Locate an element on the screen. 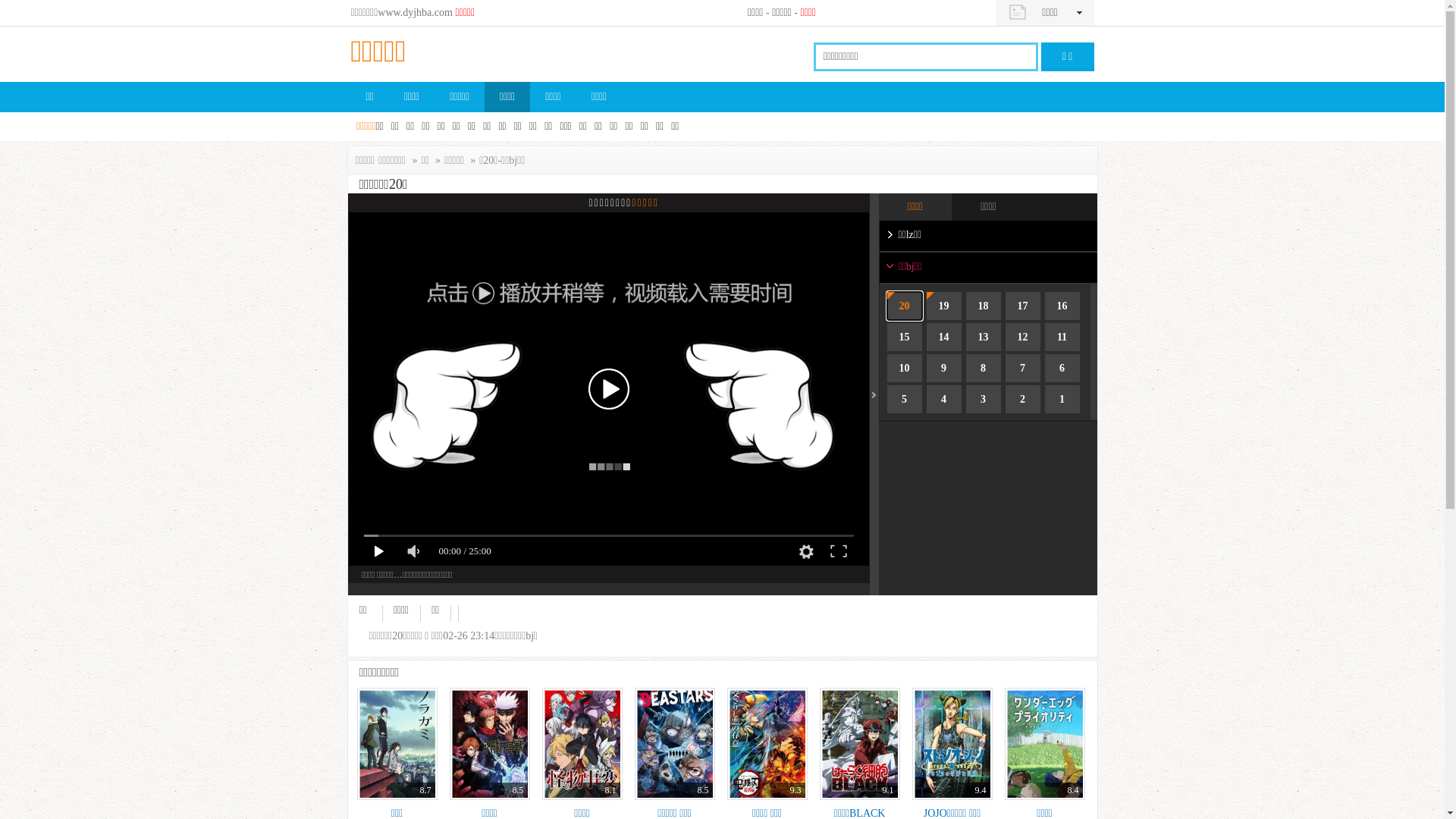 The width and height of the screenshot is (1456, 819). '5' is located at coordinates (905, 398).